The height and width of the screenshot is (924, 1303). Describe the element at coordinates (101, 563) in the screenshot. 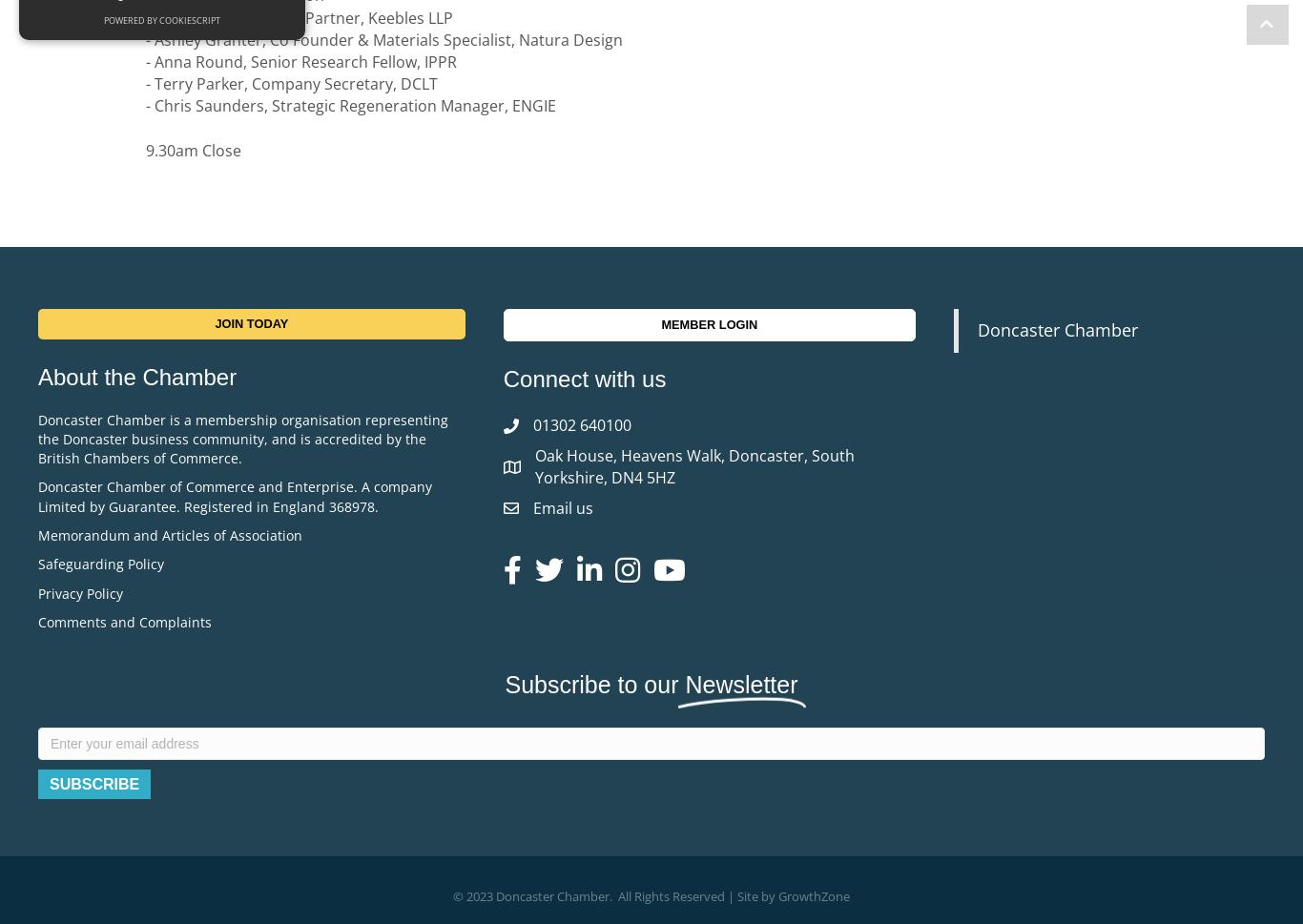

I see `'Safeguarding Policy'` at that location.